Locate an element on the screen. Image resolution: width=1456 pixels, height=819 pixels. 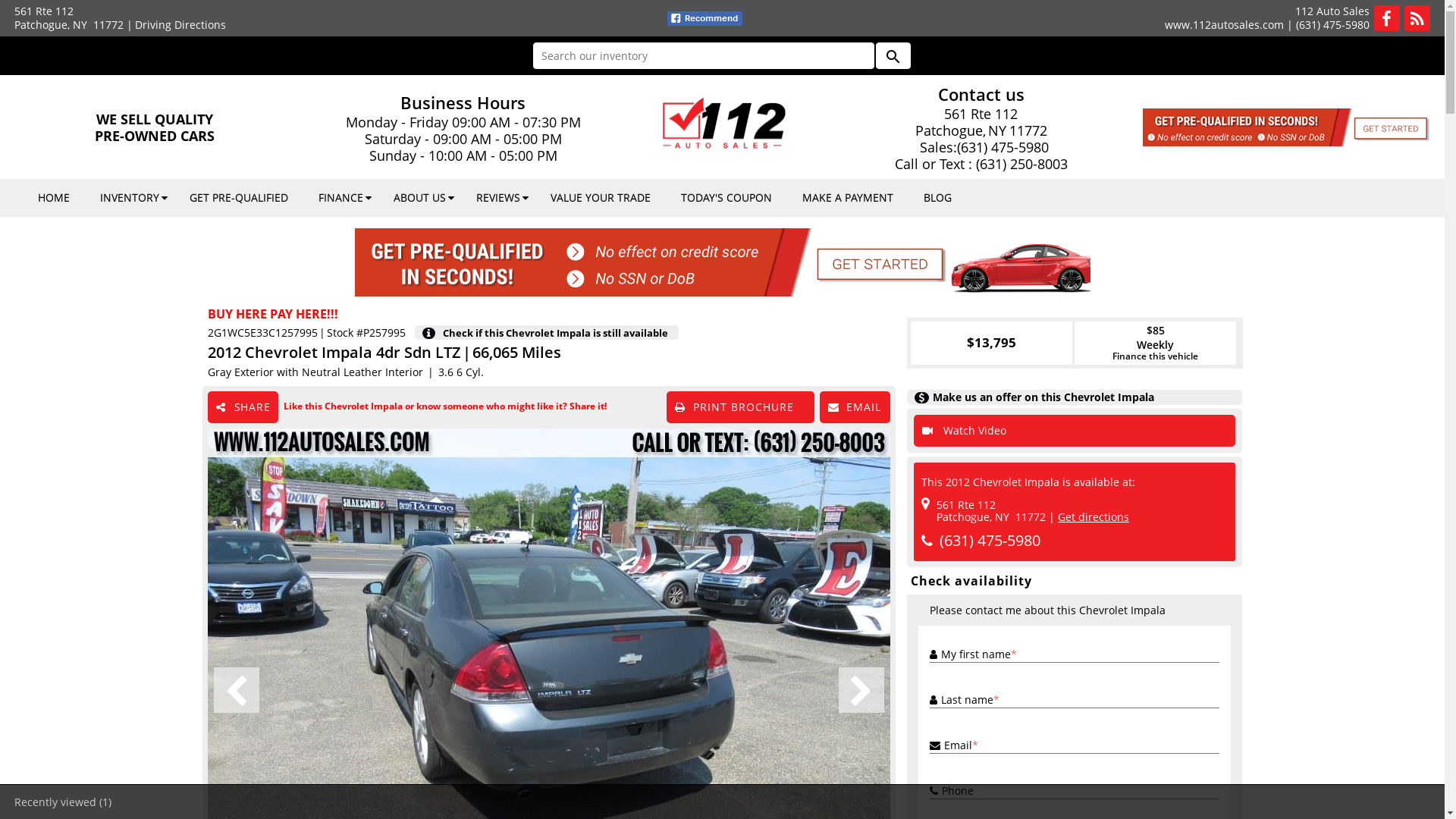
'Get directions' is located at coordinates (1093, 516).